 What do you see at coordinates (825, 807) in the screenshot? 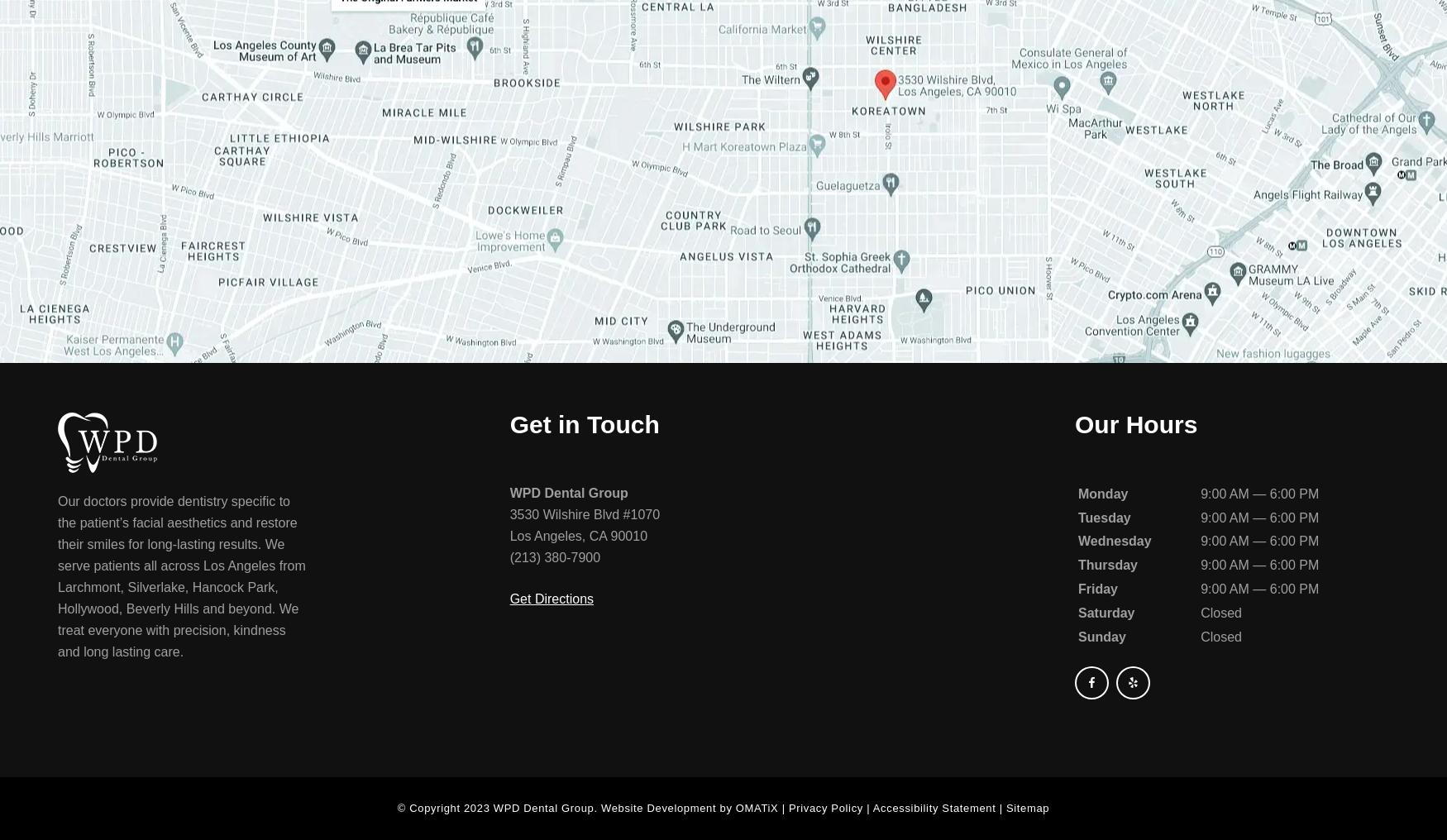
I see `'Privacy Policy'` at bounding box center [825, 807].